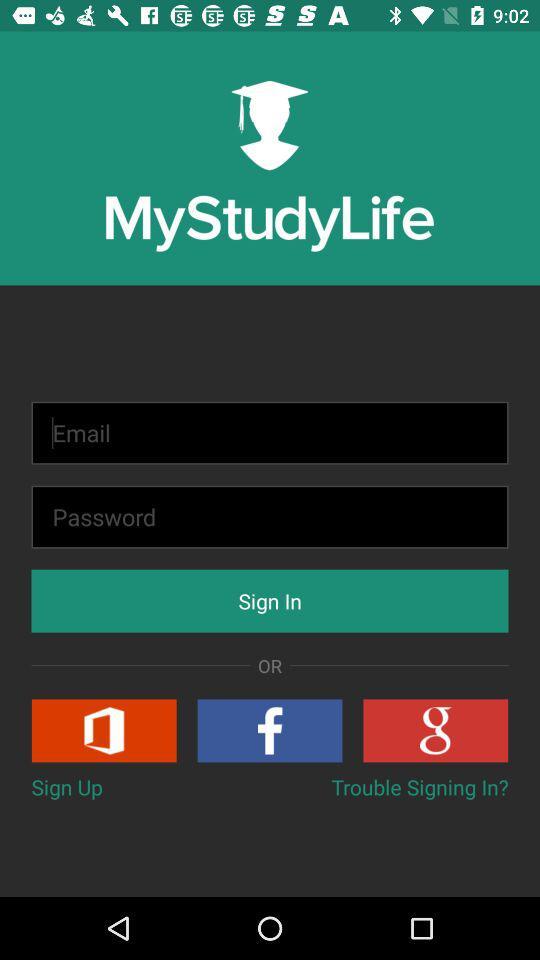 This screenshot has width=540, height=960. I want to click on sign in using your google account, so click(434, 729).